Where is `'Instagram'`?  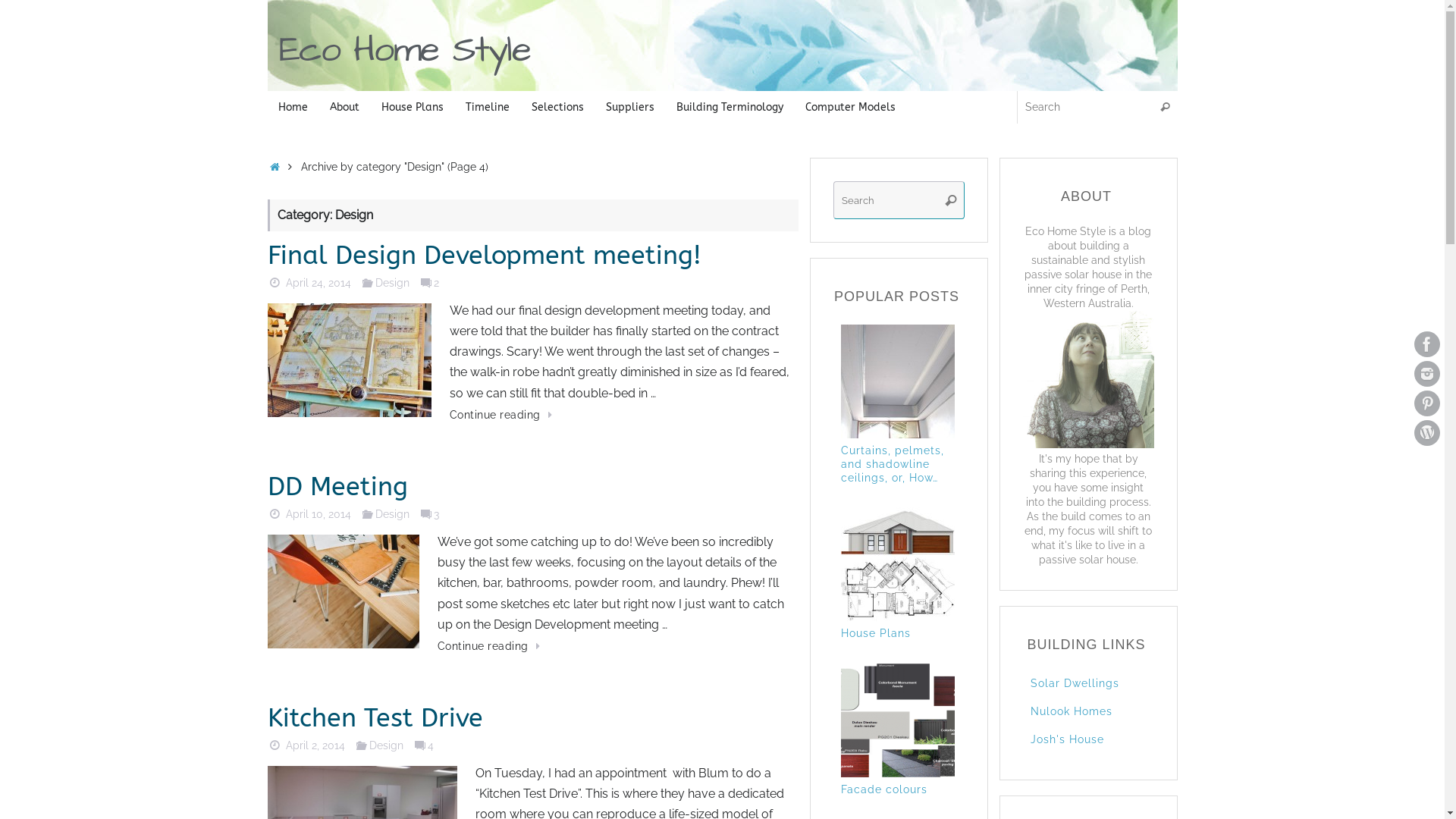
'Instagram' is located at coordinates (1426, 374).